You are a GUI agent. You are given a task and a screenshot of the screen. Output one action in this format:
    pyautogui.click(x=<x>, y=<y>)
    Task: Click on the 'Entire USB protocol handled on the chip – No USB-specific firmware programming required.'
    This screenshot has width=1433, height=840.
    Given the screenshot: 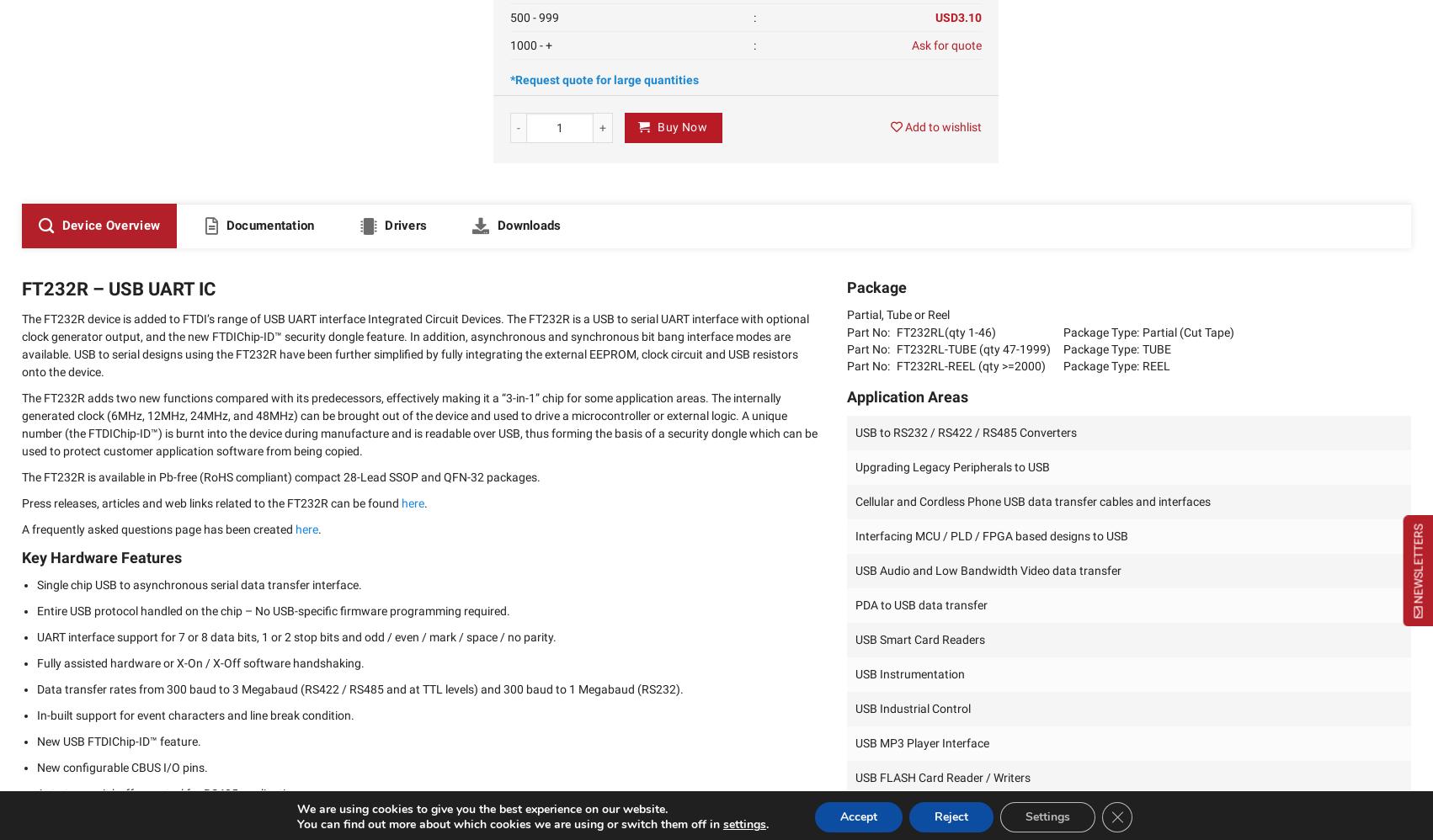 What is the action you would take?
    pyautogui.click(x=274, y=611)
    